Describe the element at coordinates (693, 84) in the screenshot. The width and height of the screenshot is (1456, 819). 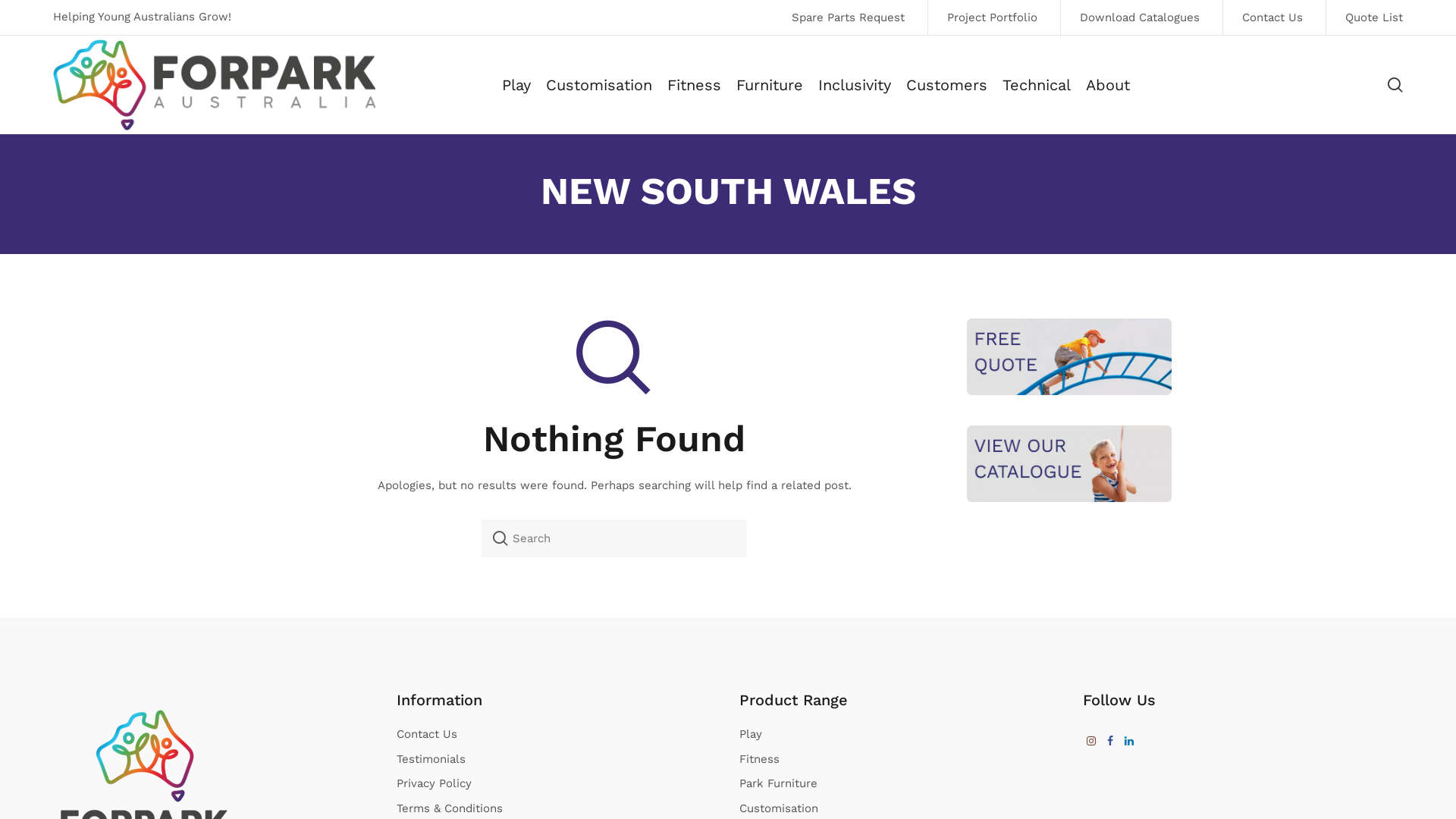
I see `'Fitness'` at that location.